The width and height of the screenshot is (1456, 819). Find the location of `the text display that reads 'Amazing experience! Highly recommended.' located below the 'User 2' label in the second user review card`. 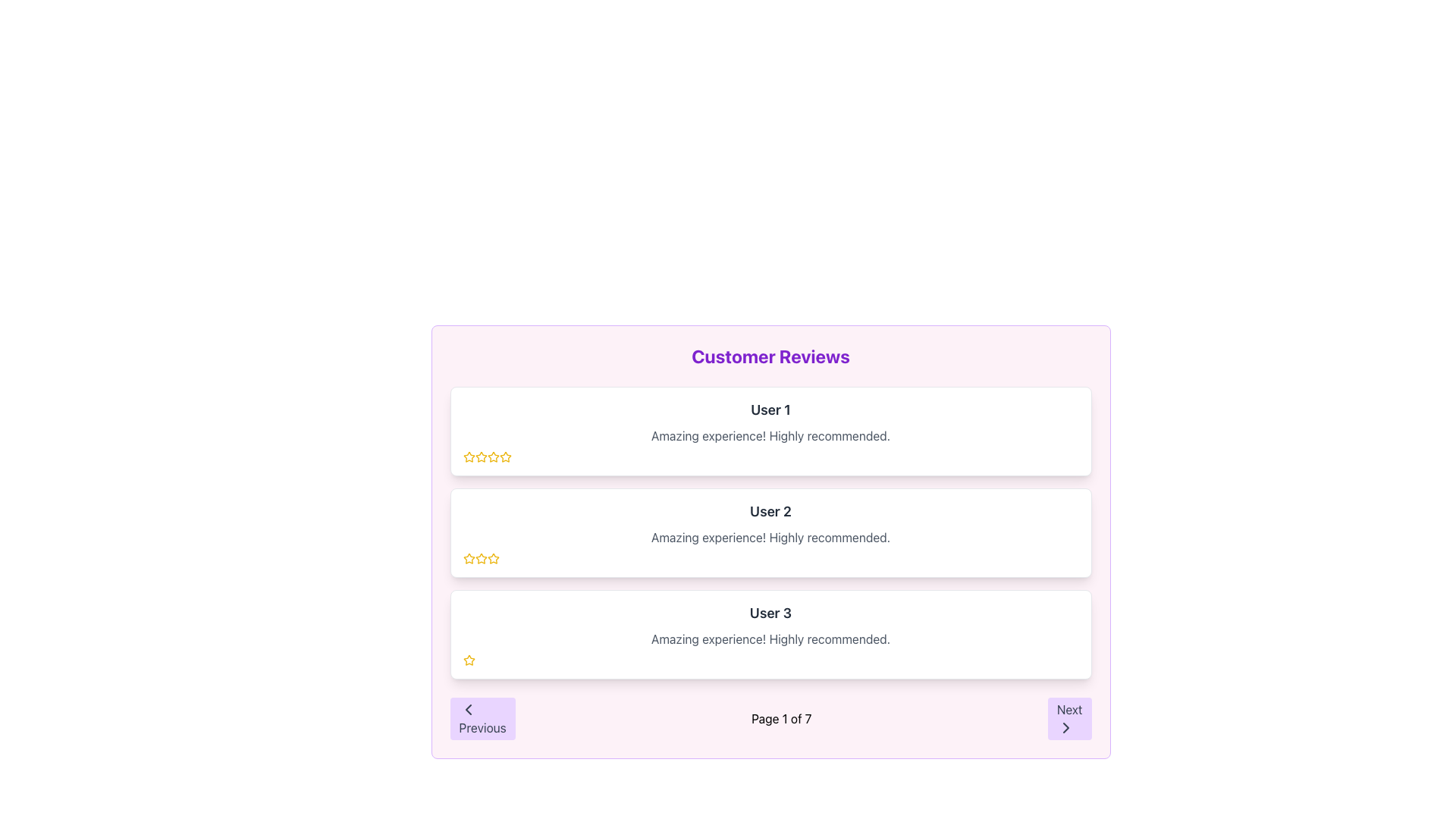

the text display that reads 'Amazing experience! Highly recommended.' located below the 'User 2' label in the second user review card is located at coordinates (770, 537).